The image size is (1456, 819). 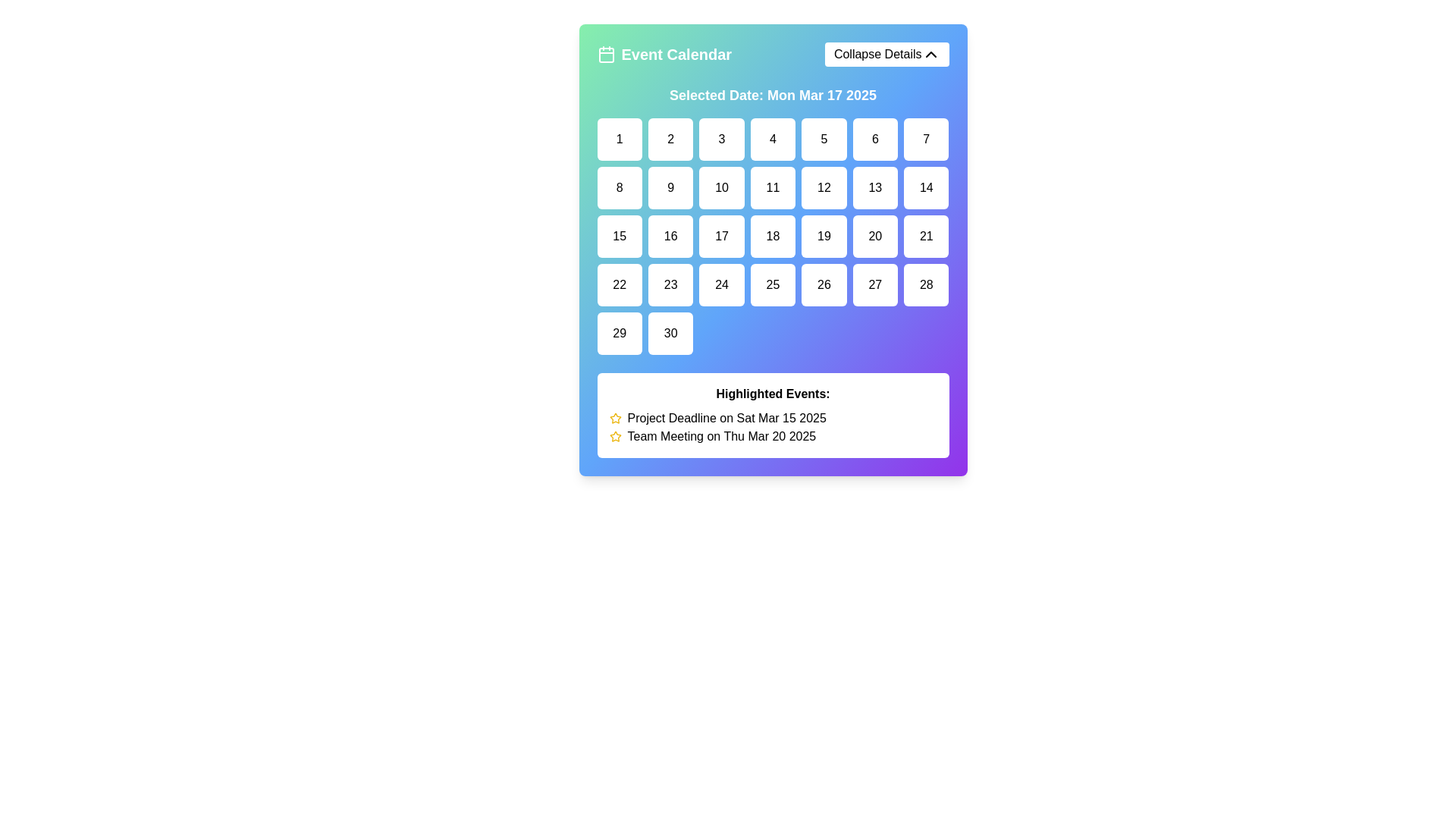 What do you see at coordinates (620, 332) in the screenshot?
I see `the white square button with rounded corners that has the black numeral '29' centered inside` at bounding box center [620, 332].